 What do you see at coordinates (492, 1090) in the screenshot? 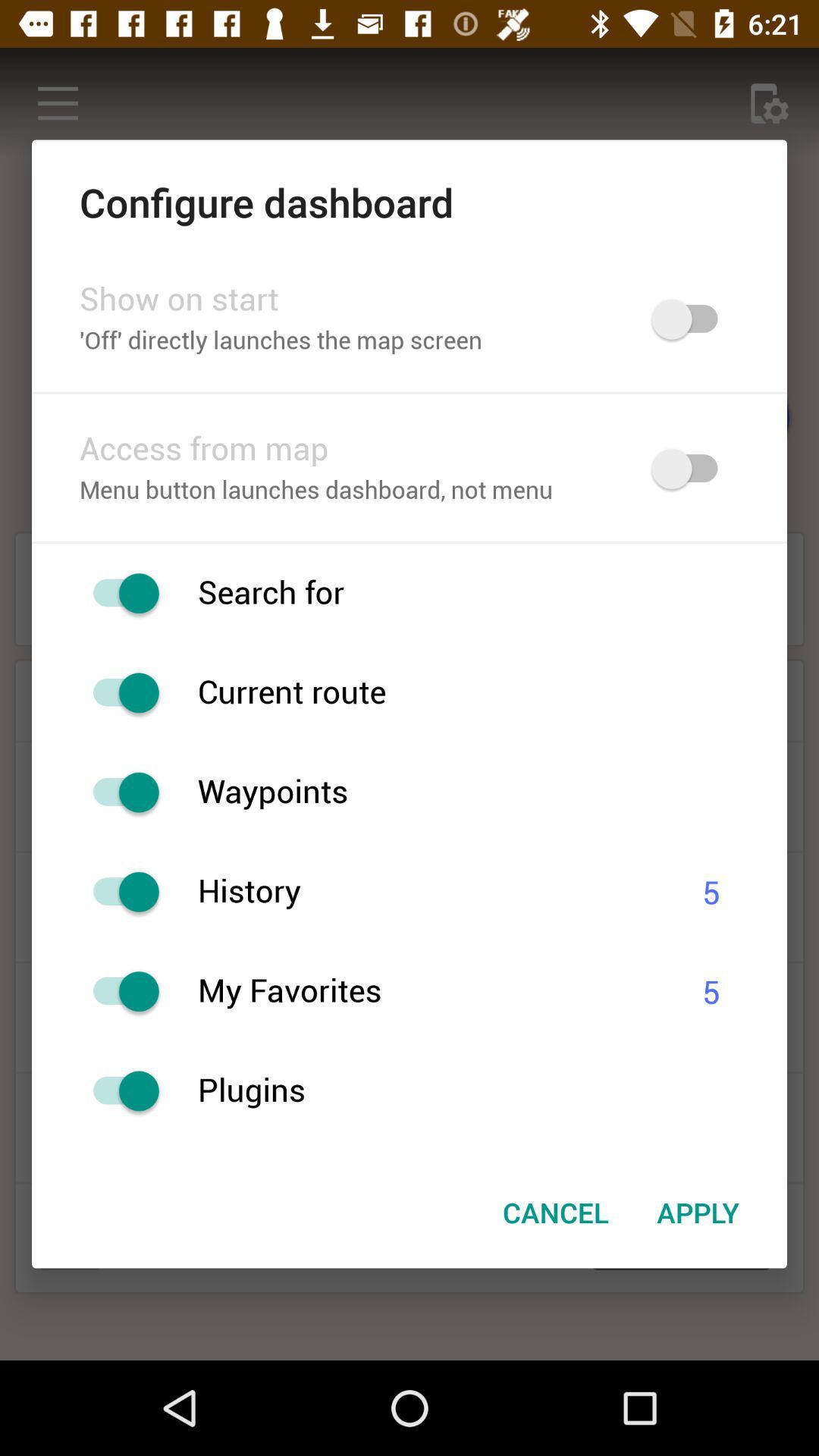
I see `the plugins` at bounding box center [492, 1090].